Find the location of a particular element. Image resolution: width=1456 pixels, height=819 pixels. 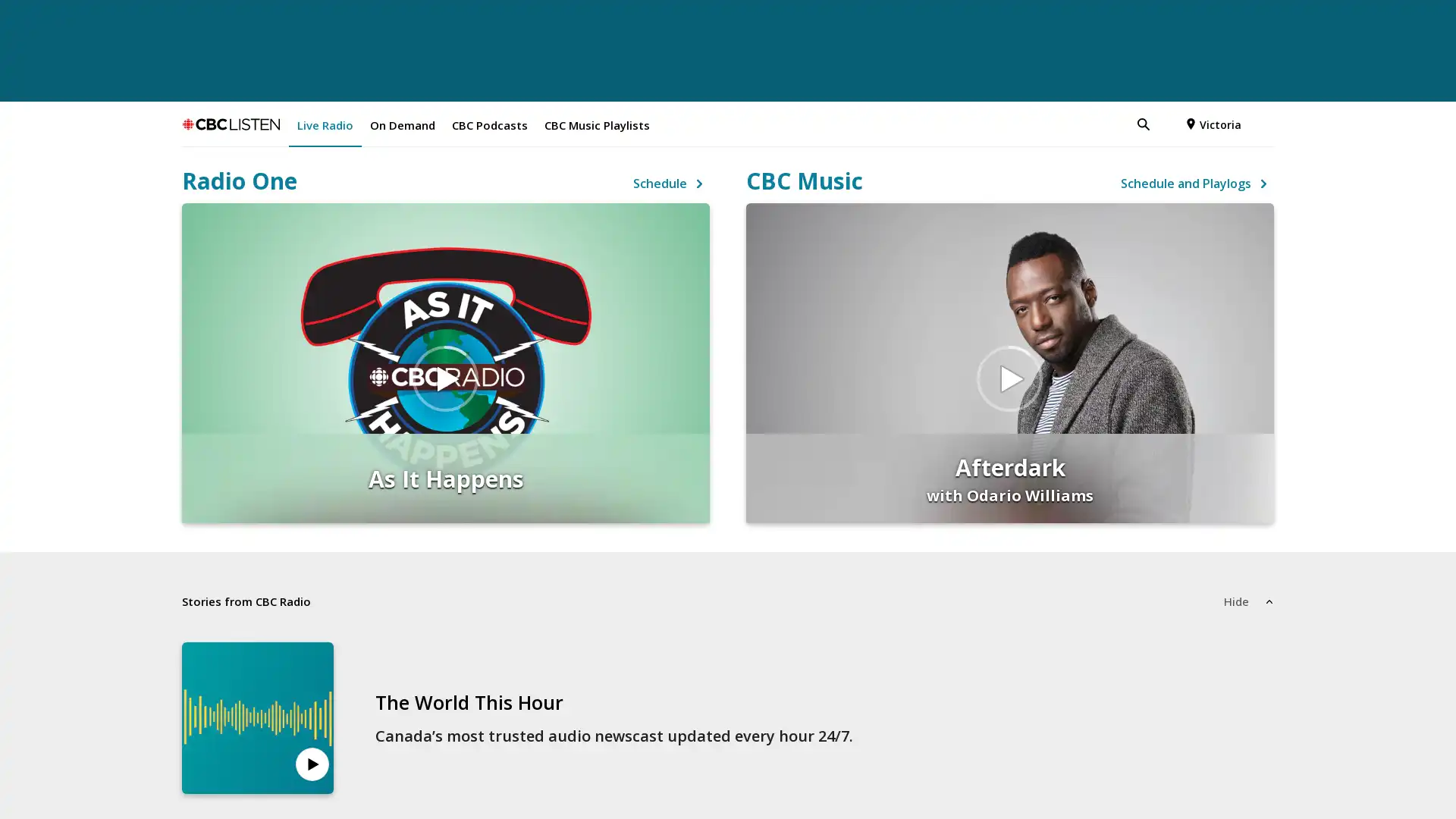

Hide breaking news carousel is located at coordinates (1248, 532).